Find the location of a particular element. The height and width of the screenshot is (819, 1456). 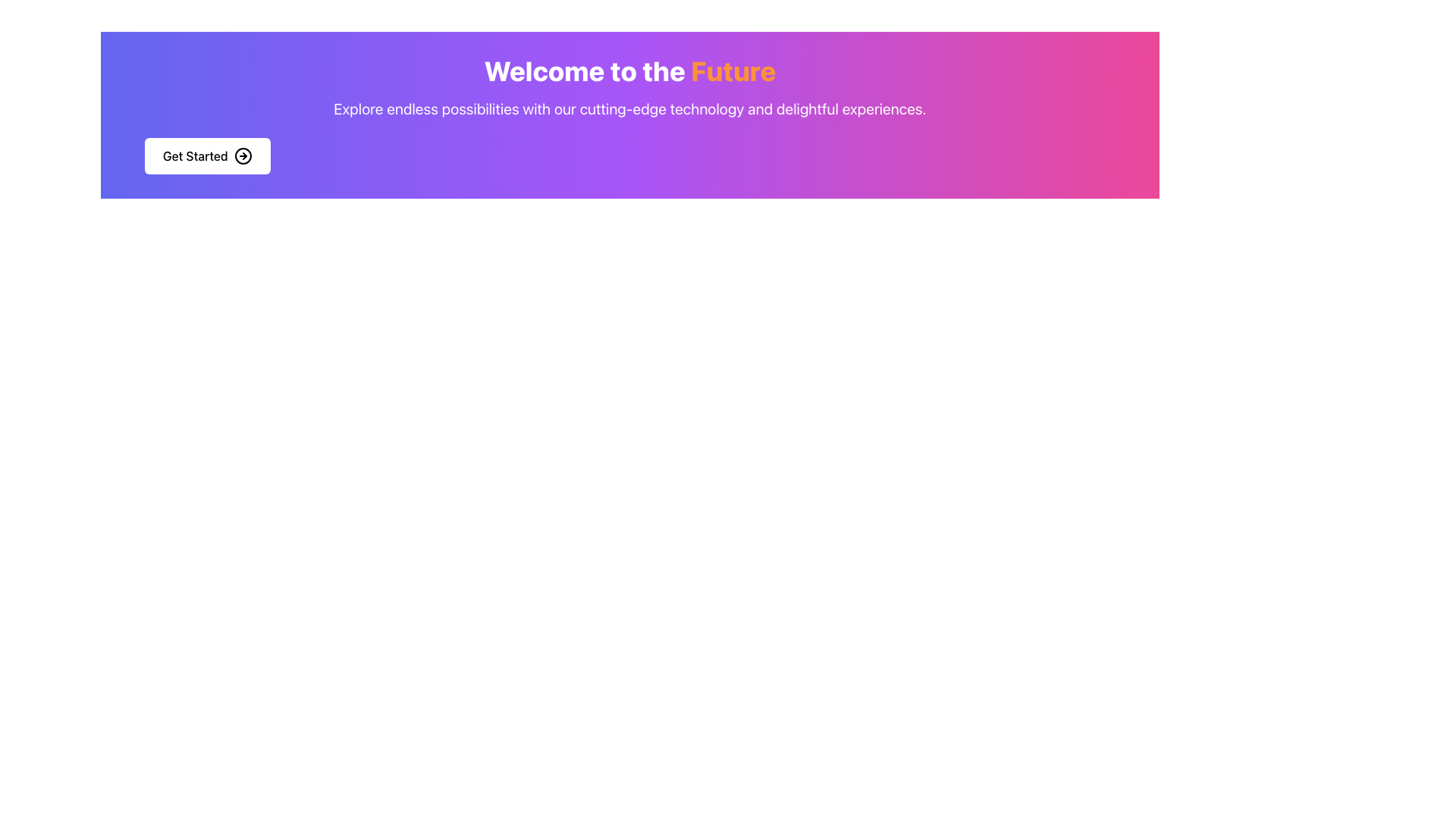

circular icon with a rightward arrow inside, which is part of the 'Get Started' button, for accessibility features is located at coordinates (243, 155).